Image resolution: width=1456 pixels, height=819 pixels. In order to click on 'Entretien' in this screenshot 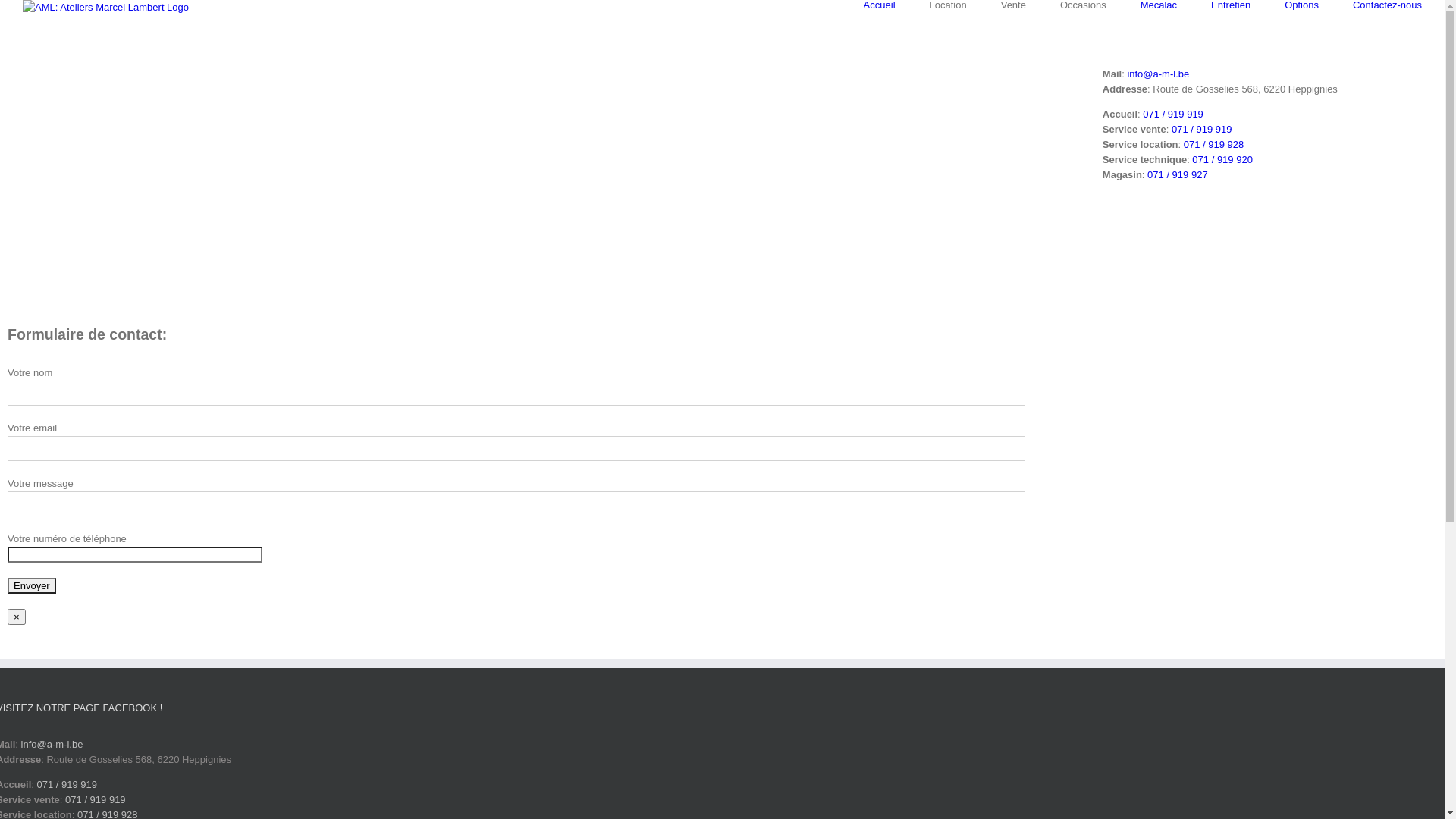, I will do `click(1230, 5)`.